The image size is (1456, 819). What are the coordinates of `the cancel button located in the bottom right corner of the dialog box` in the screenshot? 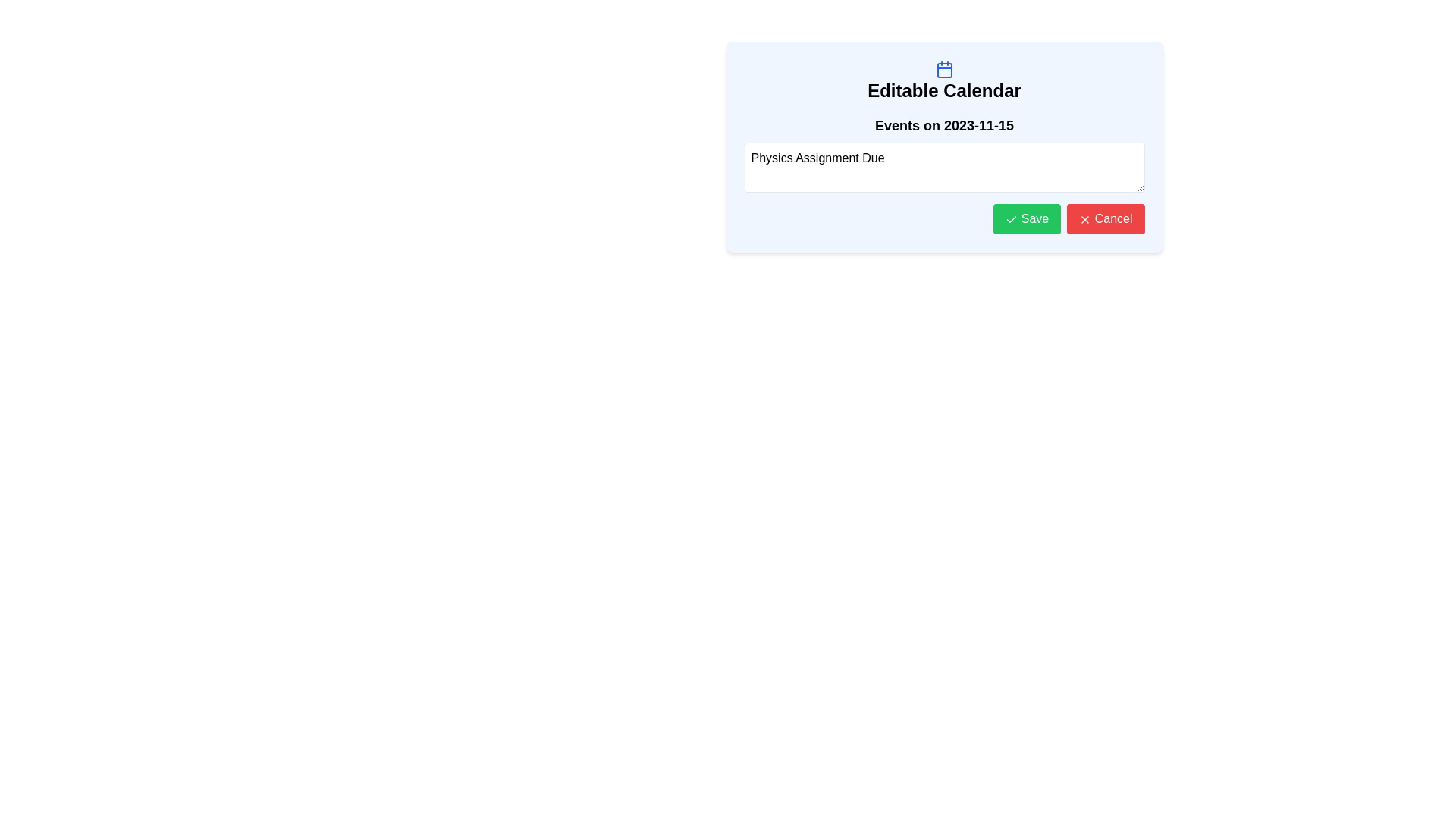 It's located at (1106, 218).